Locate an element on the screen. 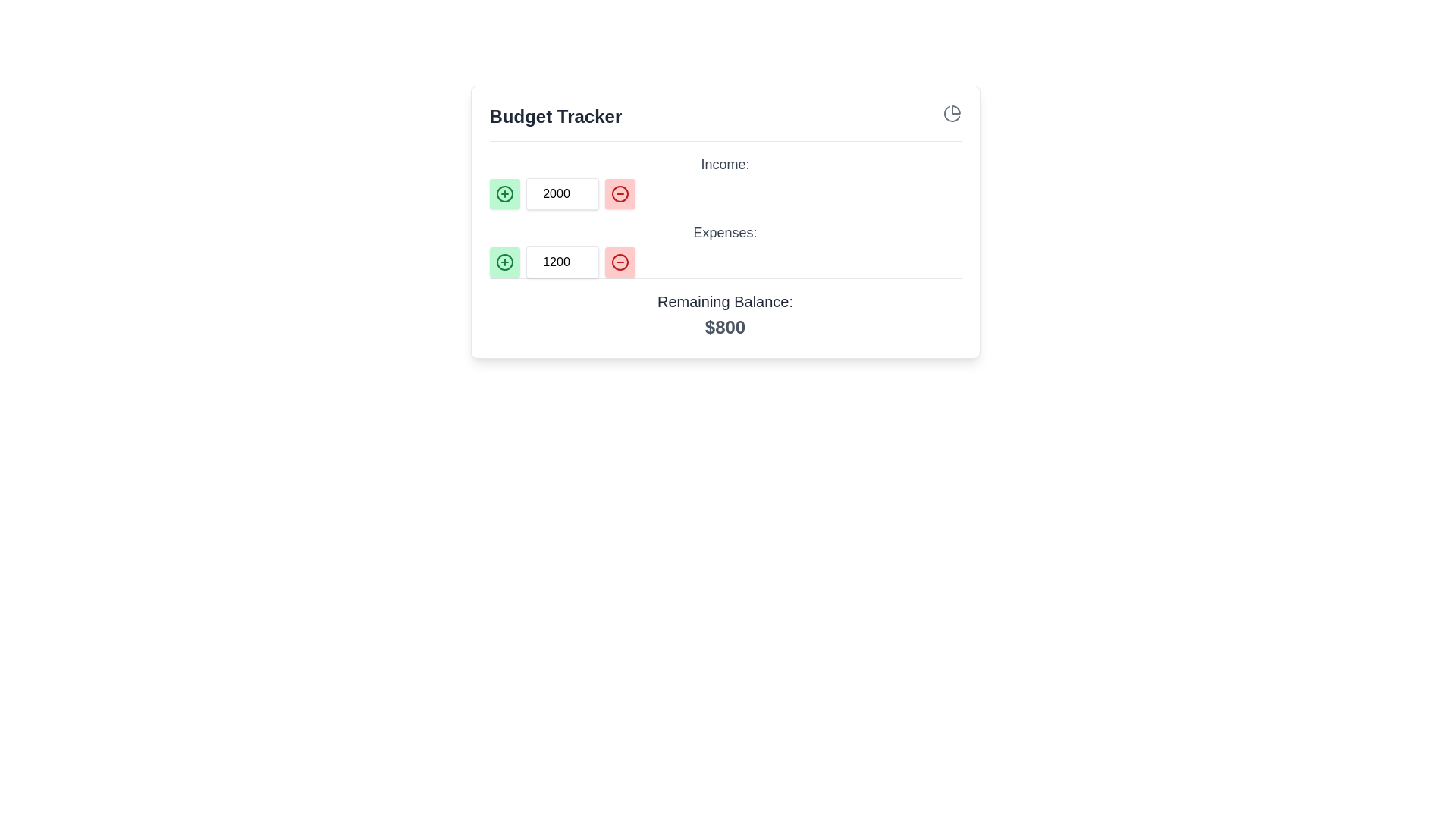 The height and width of the screenshot is (819, 1456). the rounded button with a light green background and a green plus icon, which is the first button in the second row of controls for managing expenses and income is located at coordinates (504, 262).